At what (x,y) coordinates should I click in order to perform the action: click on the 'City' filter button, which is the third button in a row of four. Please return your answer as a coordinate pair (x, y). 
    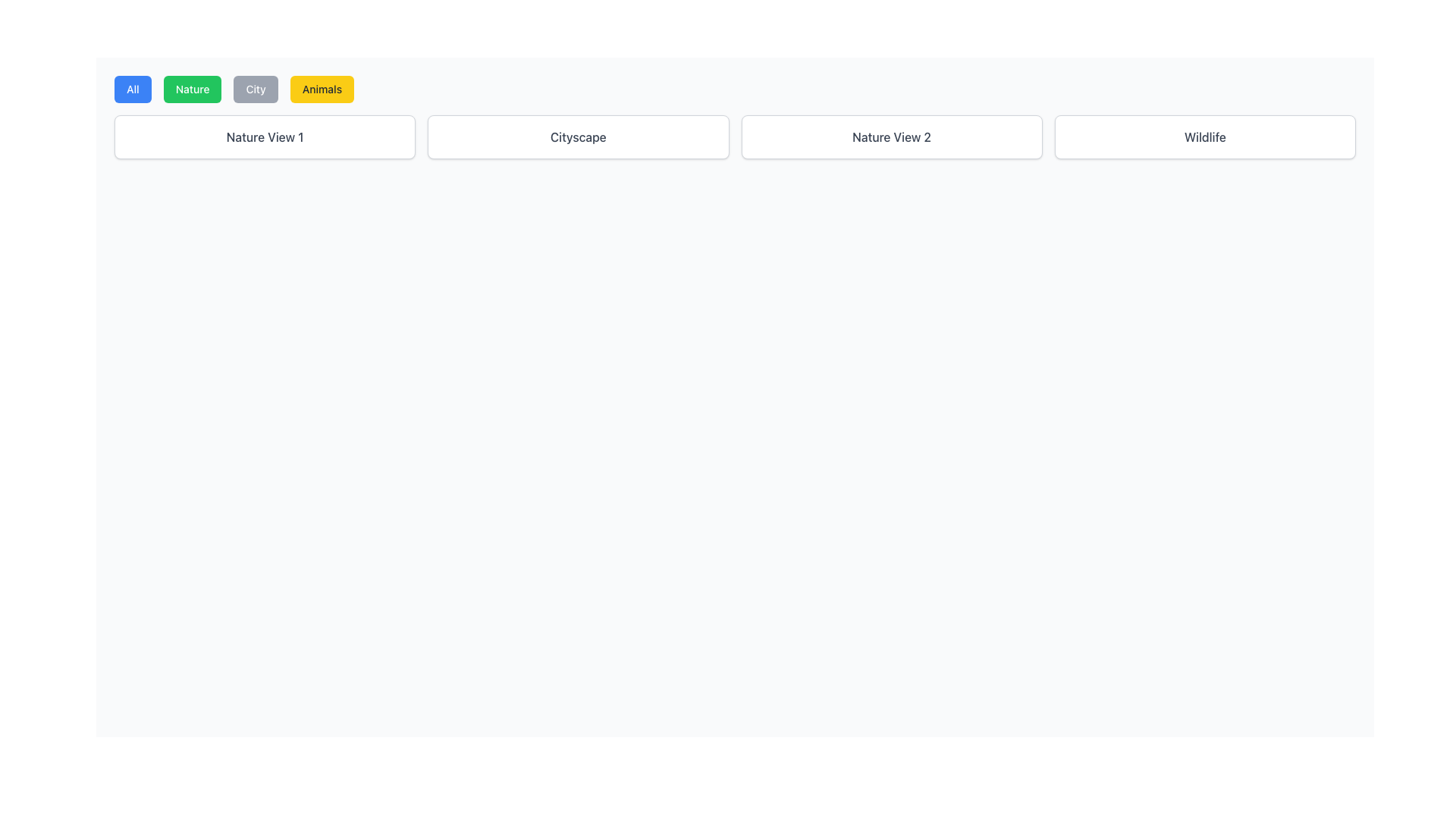
    Looking at the image, I should click on (256, 89).